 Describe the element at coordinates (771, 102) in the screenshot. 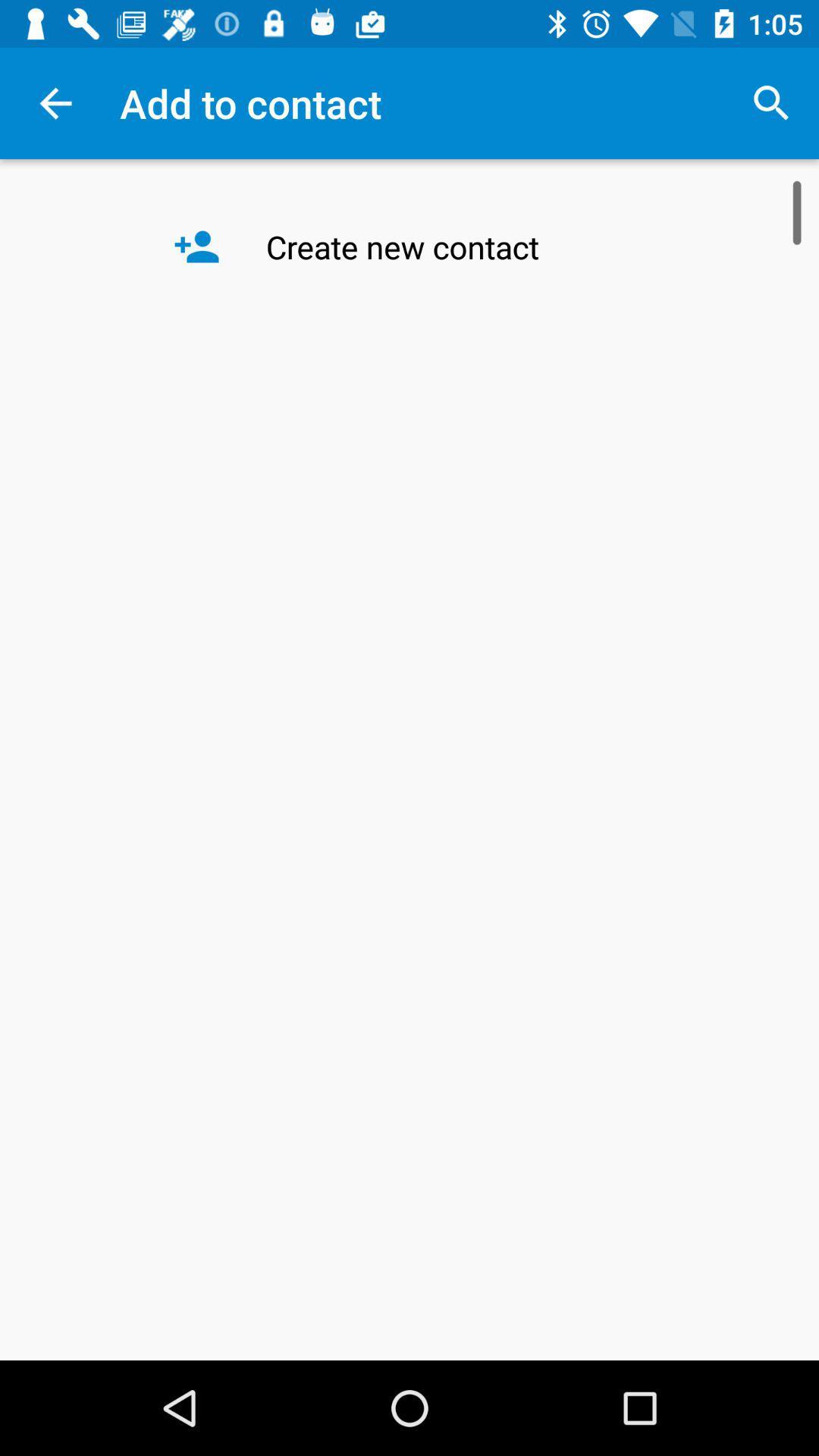

I see `icon to the right of the add to contact icon` at that location.